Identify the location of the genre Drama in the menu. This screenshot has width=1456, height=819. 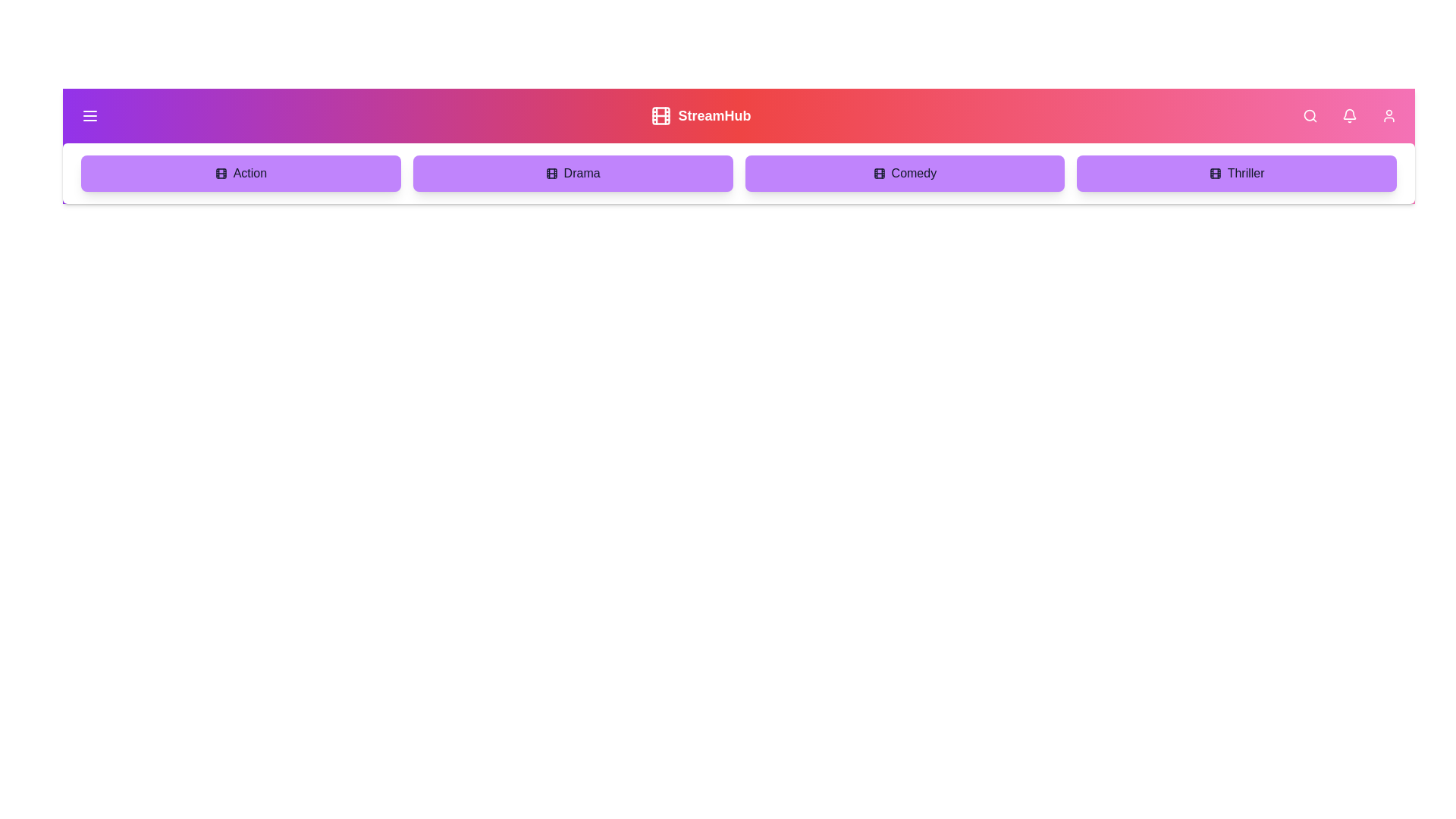
(572, 172).